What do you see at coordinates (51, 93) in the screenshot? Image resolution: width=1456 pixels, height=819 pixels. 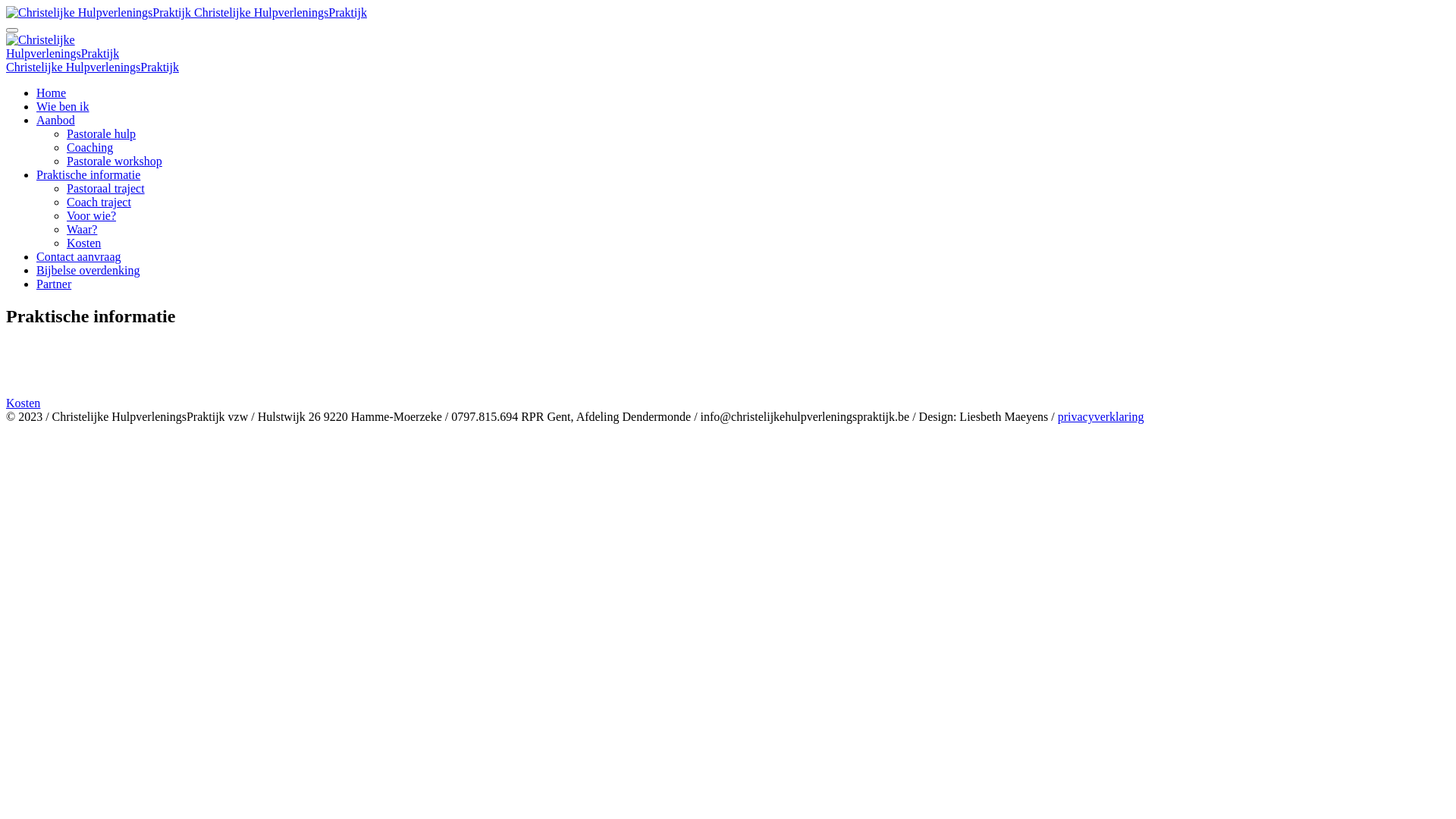 I see `'Home'` at bounding box center [51, 93].